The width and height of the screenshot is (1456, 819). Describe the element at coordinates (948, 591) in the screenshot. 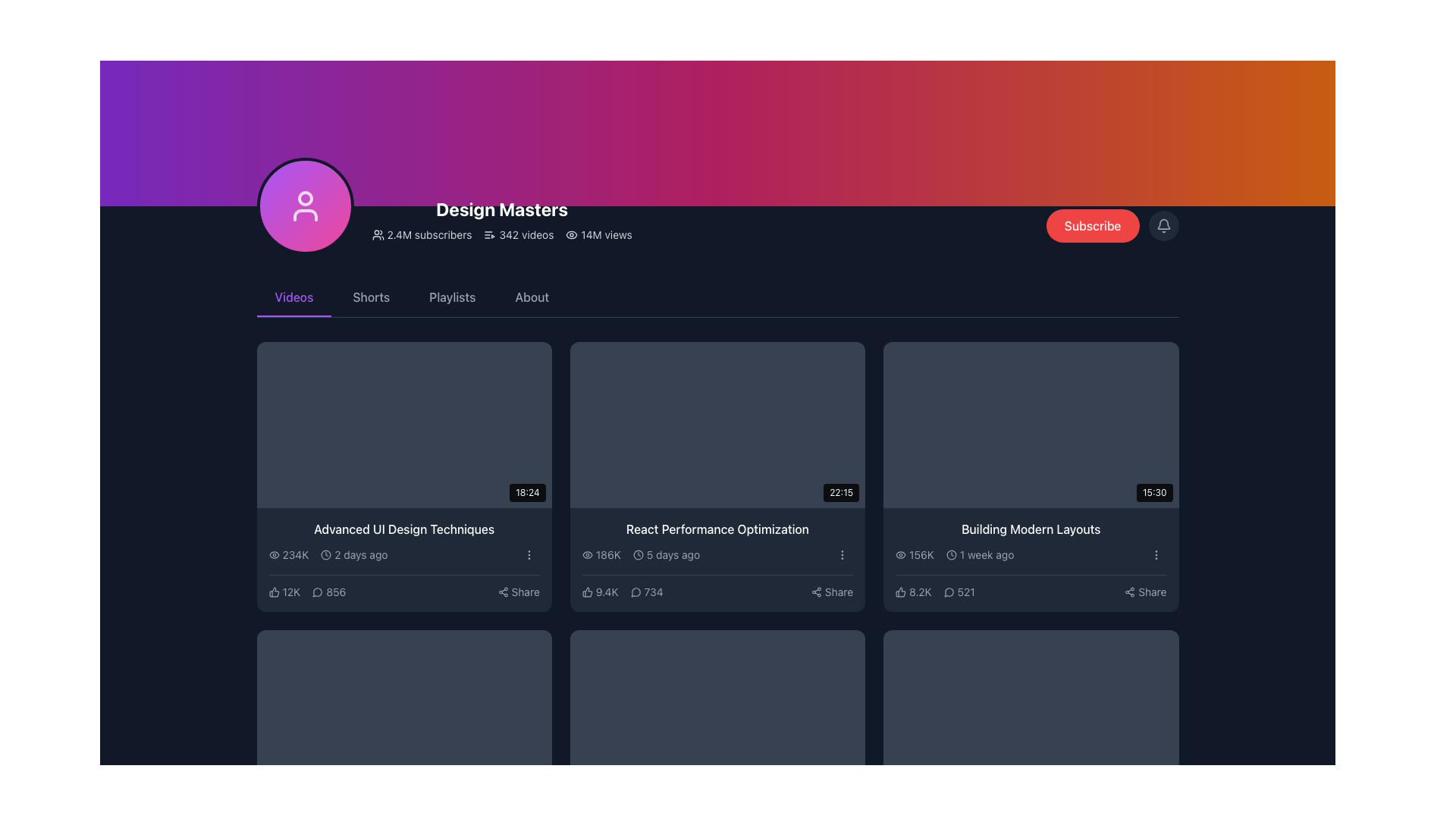

I see `the comment icon next to the number '521' under the video labeled 'Building Modern Layouts', which indicates the number of comments related to the video` at that location.